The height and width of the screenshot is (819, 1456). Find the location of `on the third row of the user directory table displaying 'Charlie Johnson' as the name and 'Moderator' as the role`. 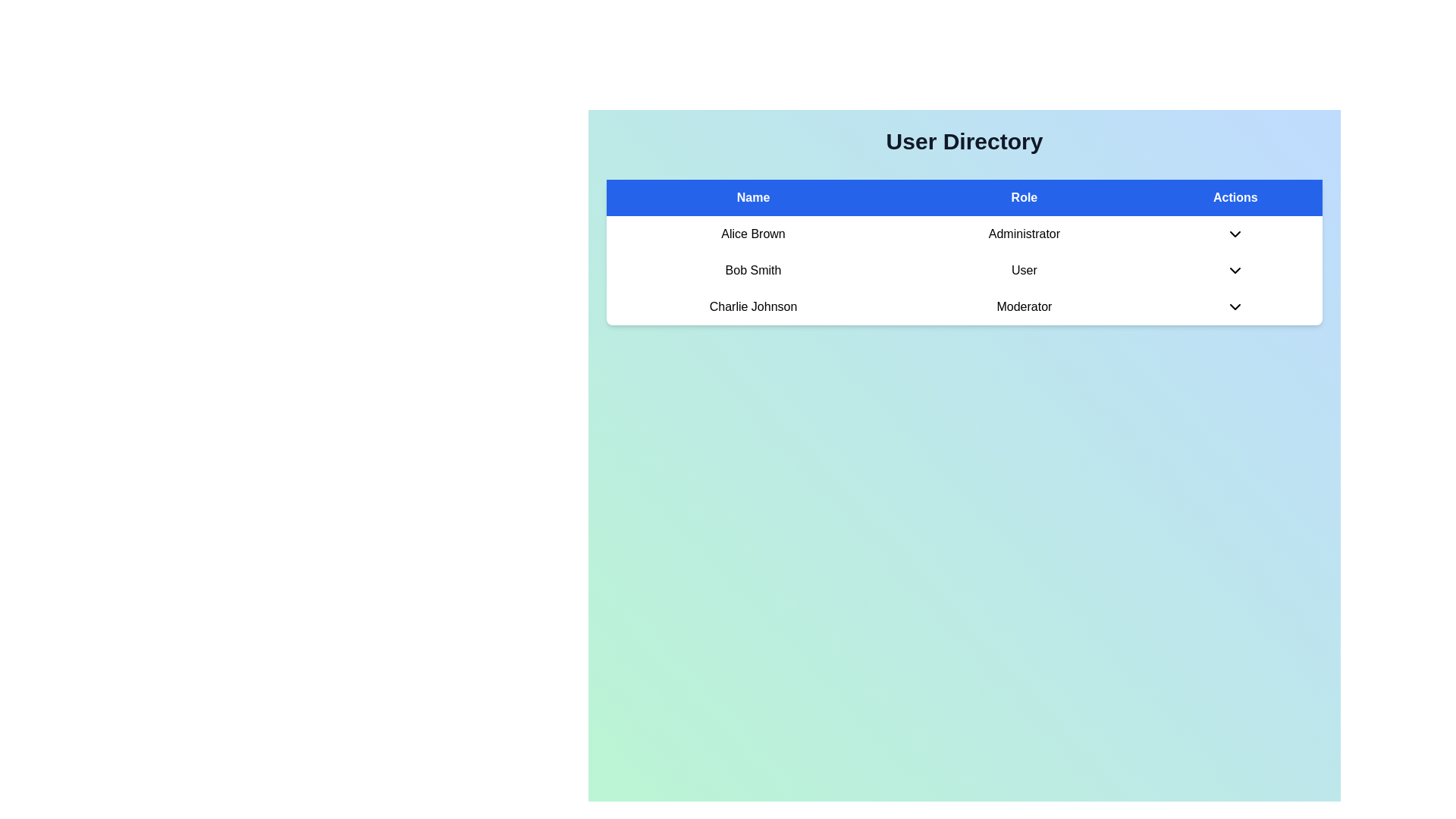

on the third row of the user directory table displaying 'Charlie Johnson' as the name and 'Moderator' as the role is located at coordinates (964, 307).